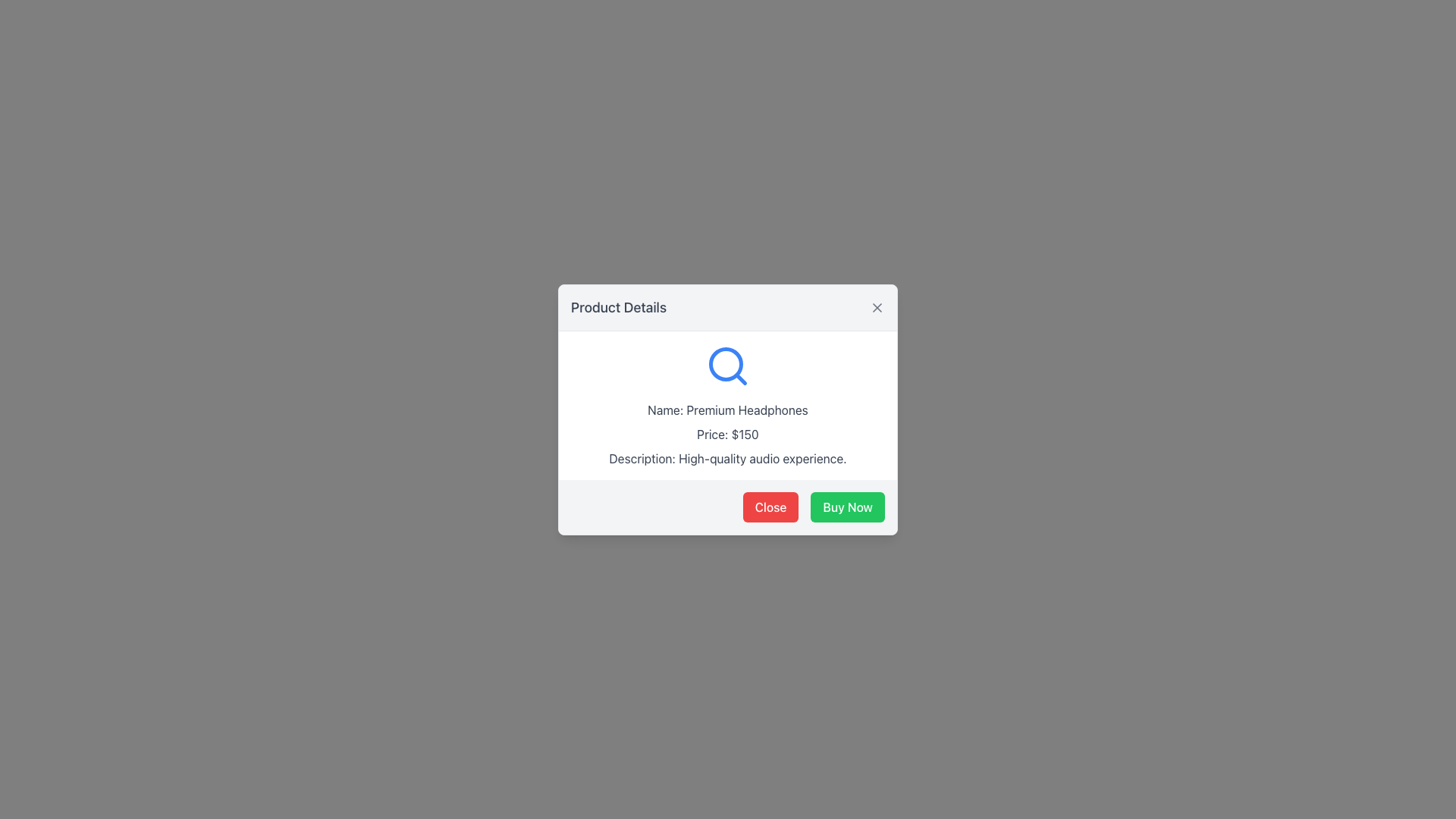  I want to click on the 'Buy Now' button, which is a green button with white text located at the bottom-right corner of the dialog box, so click(847, 507).